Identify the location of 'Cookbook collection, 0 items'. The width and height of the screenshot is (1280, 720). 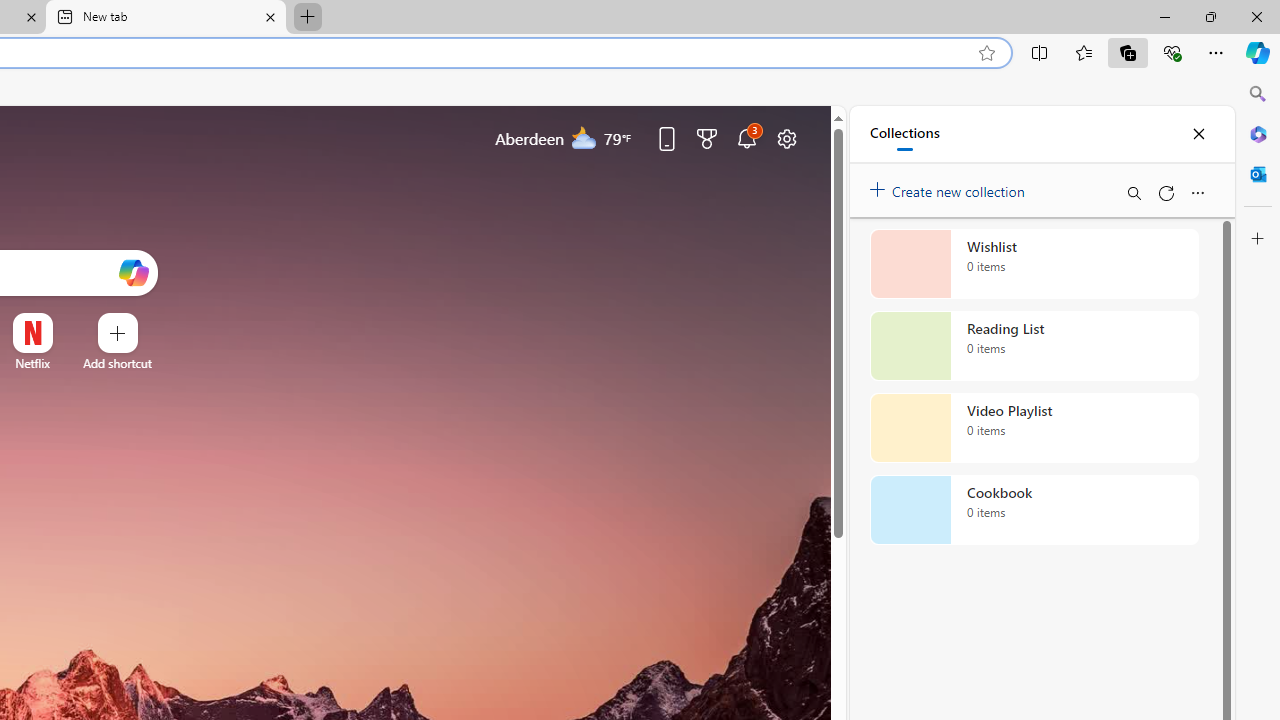
(1034, 509).